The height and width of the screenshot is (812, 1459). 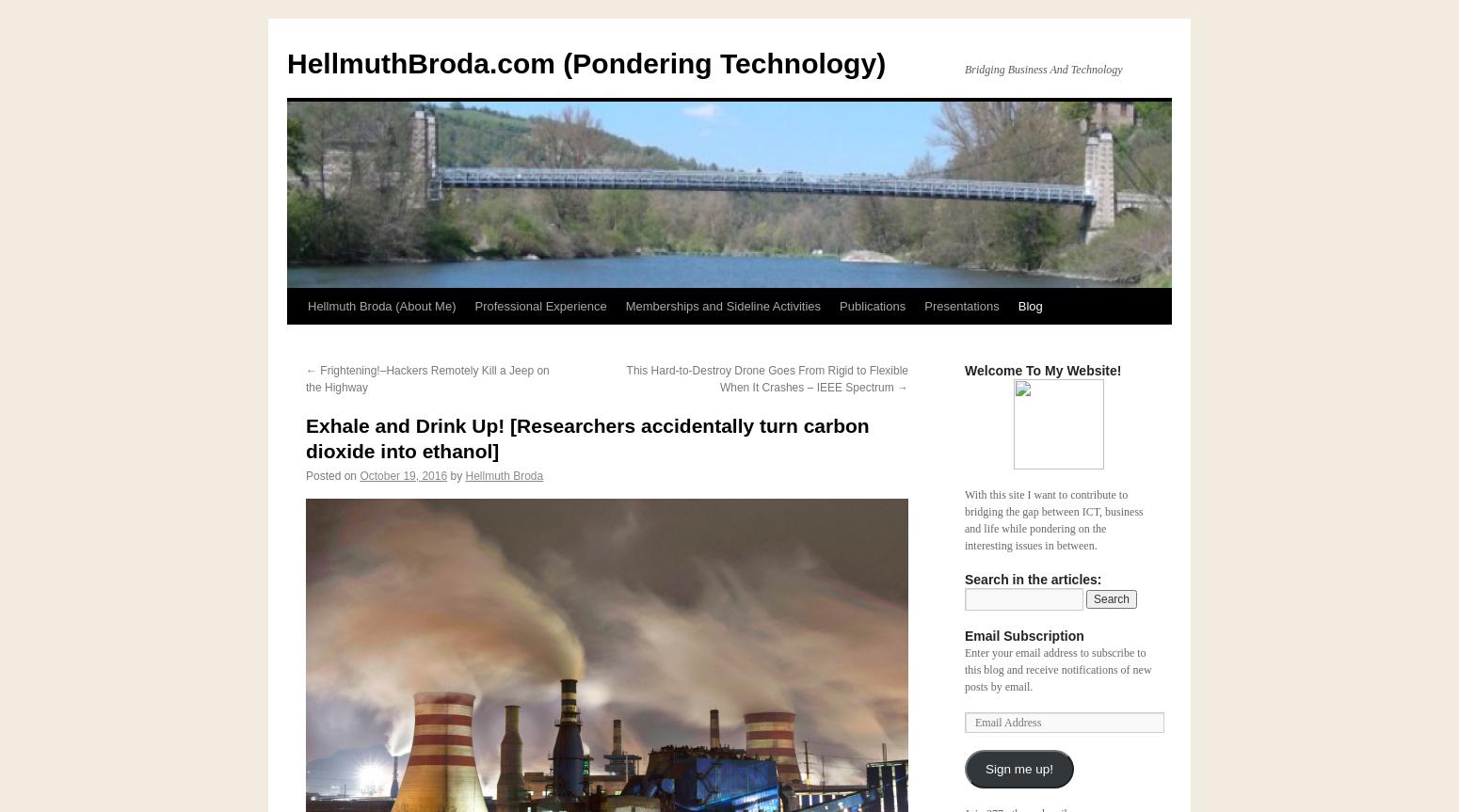 What do you see at coordinates (403, 474) in the screenshot?
I see `'October 19, 2016'` at bounding box center [403, 474].